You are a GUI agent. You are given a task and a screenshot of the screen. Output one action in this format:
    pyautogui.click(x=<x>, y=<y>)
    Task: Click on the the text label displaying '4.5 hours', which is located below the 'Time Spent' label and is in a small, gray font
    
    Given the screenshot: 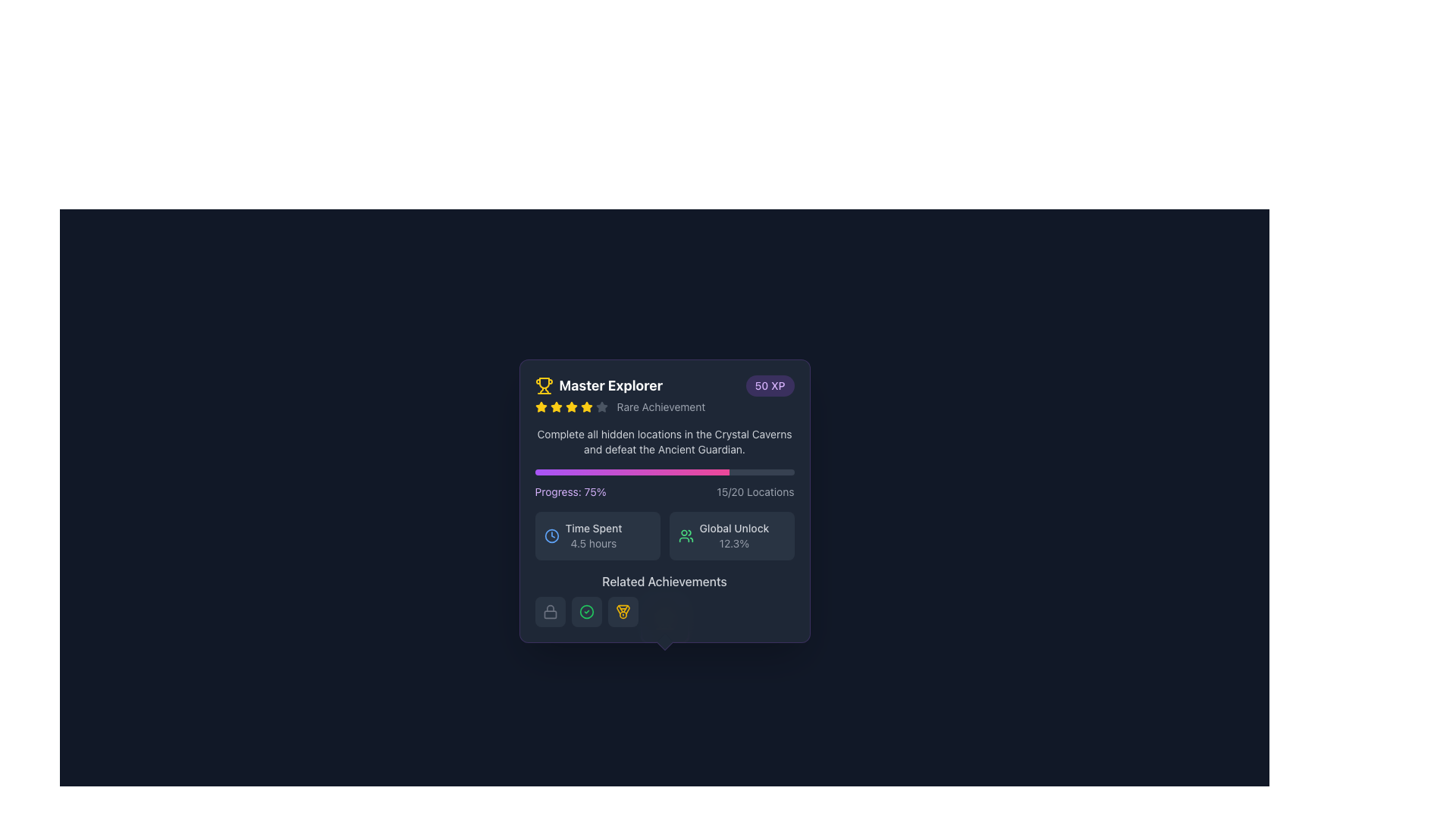 What is the action you would take?
    pyautogui.click(x=592, y=543)
    